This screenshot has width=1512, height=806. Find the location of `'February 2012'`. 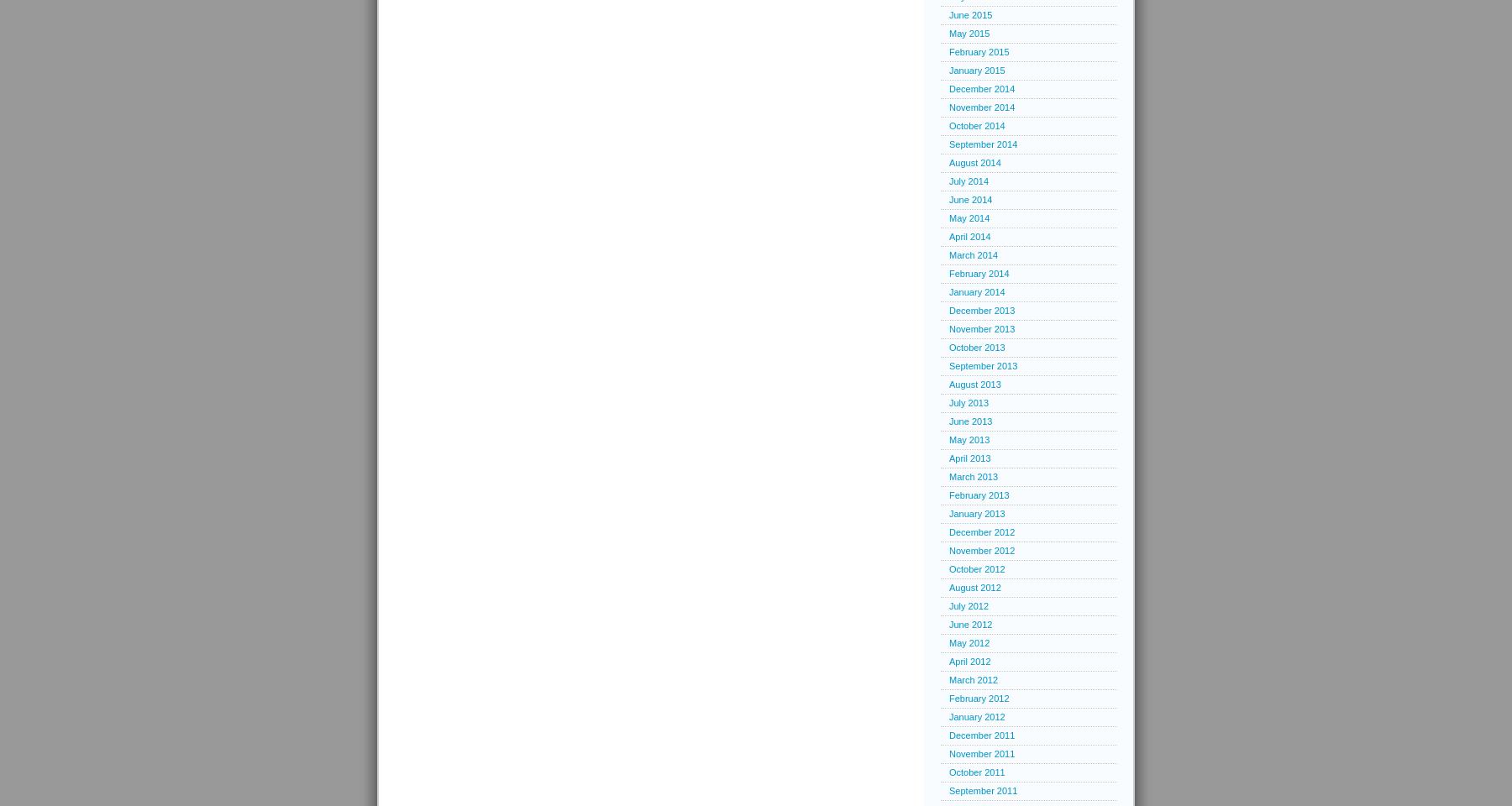

'February 2012' is located at coordinates (978, 699).